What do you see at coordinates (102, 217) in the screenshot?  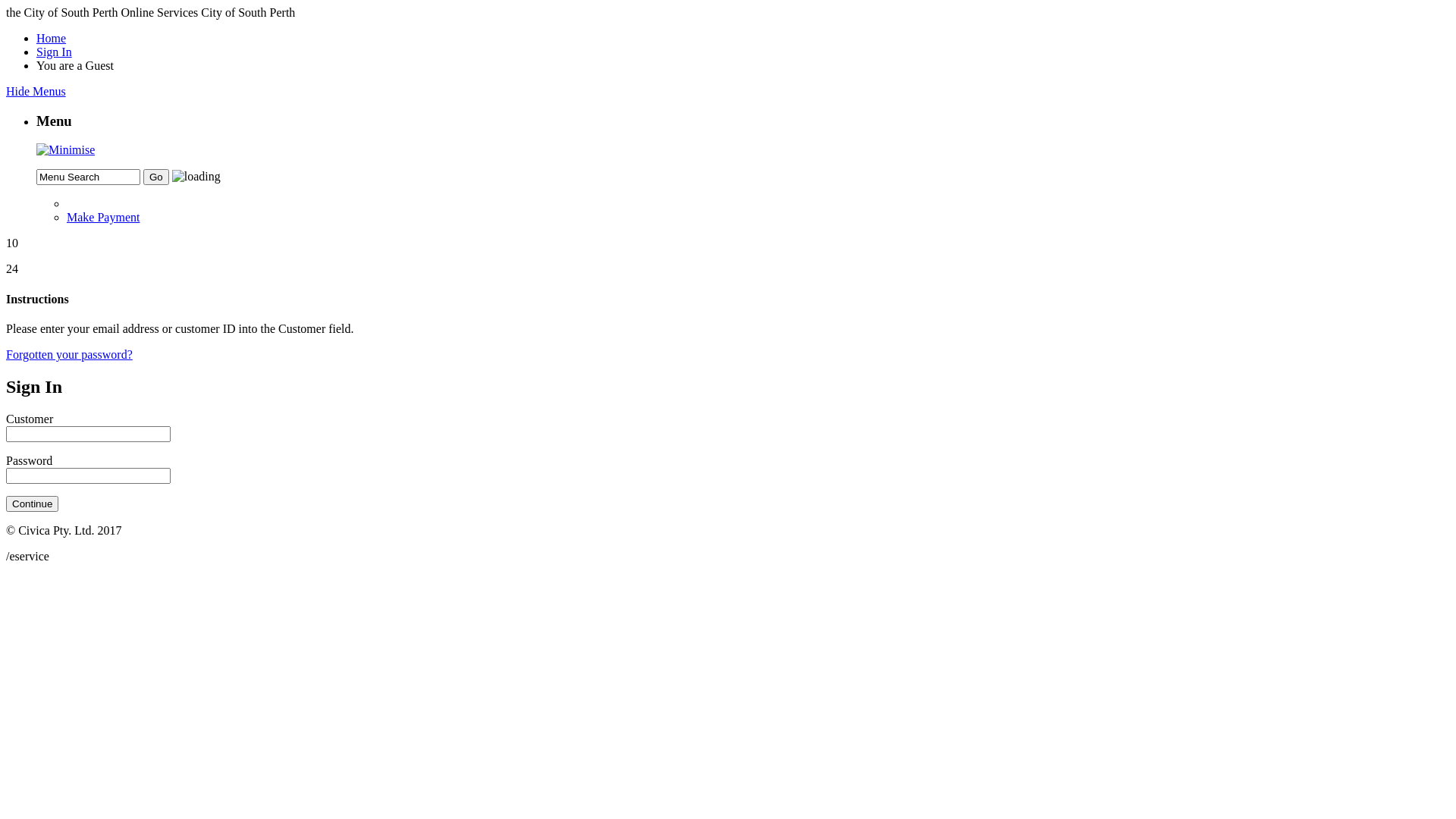 I see `'Make Payment'` at bounding box center [102, 217].